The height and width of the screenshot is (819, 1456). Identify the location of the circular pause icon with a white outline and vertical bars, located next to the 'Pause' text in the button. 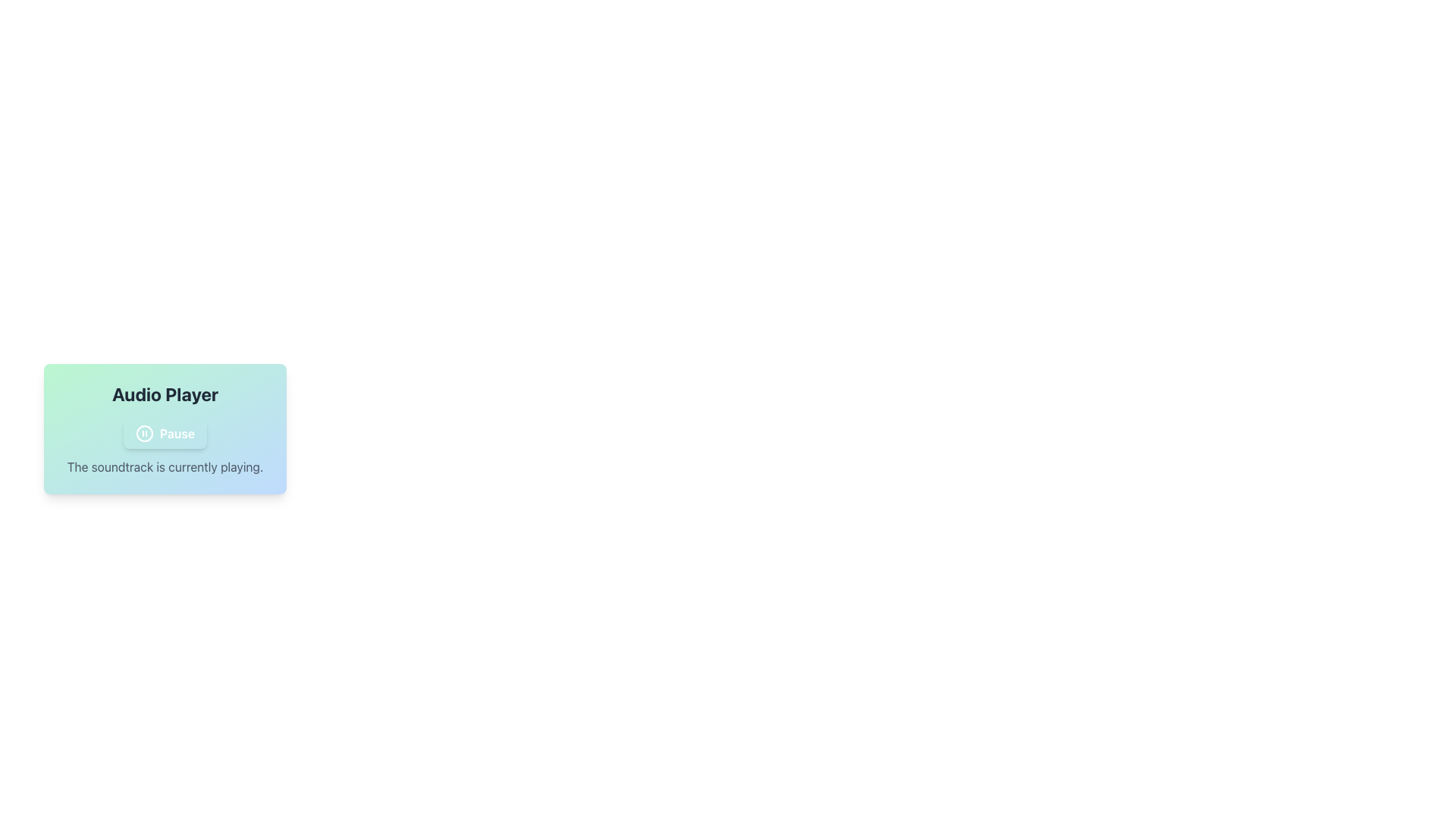
(145, 433).